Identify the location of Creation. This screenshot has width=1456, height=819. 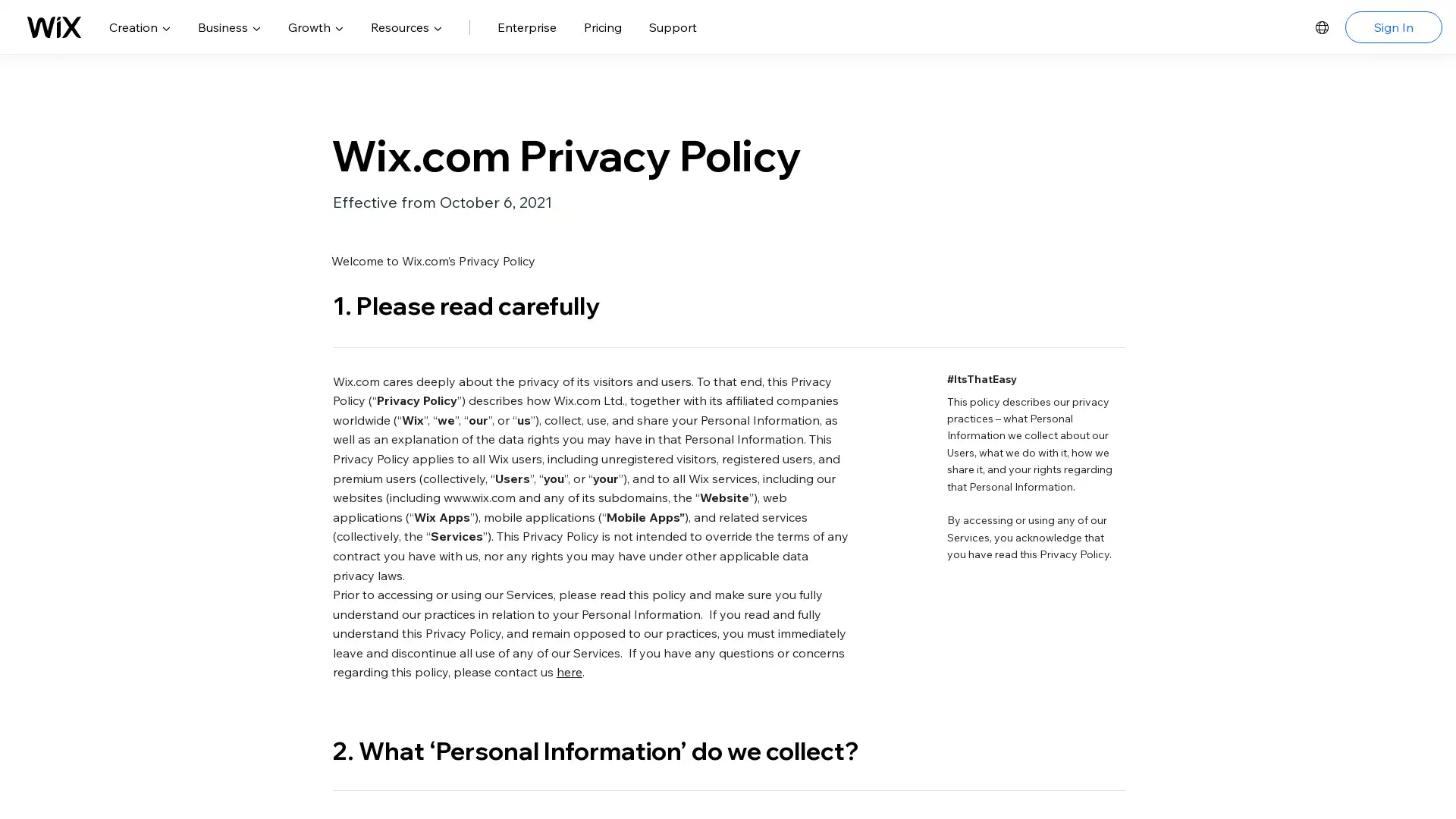
(140, 26).